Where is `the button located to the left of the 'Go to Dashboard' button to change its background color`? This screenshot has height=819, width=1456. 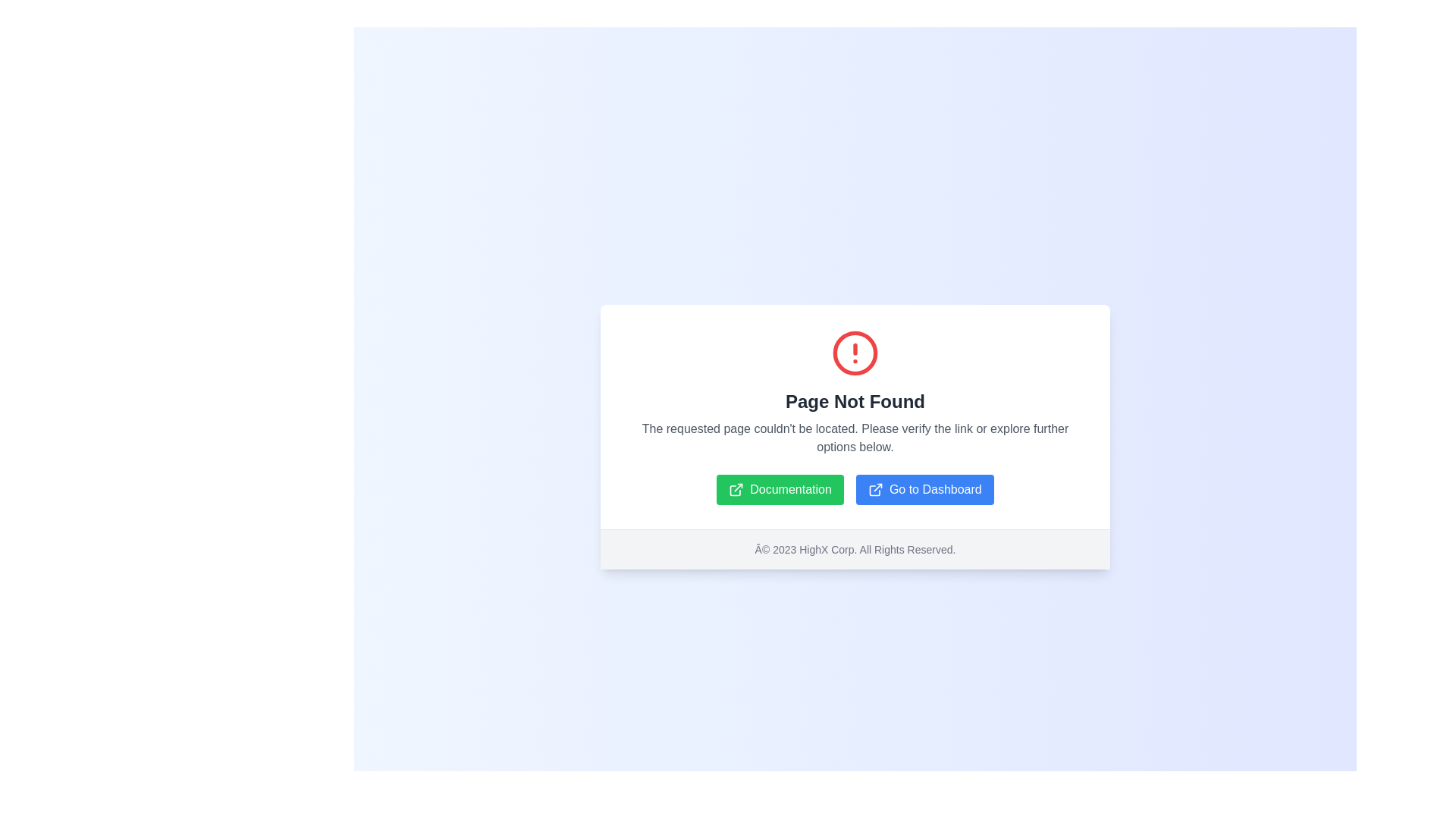 the button located to the left of the 'Go to Dashboard' button to change its background color is located at coordinates (780, 489).